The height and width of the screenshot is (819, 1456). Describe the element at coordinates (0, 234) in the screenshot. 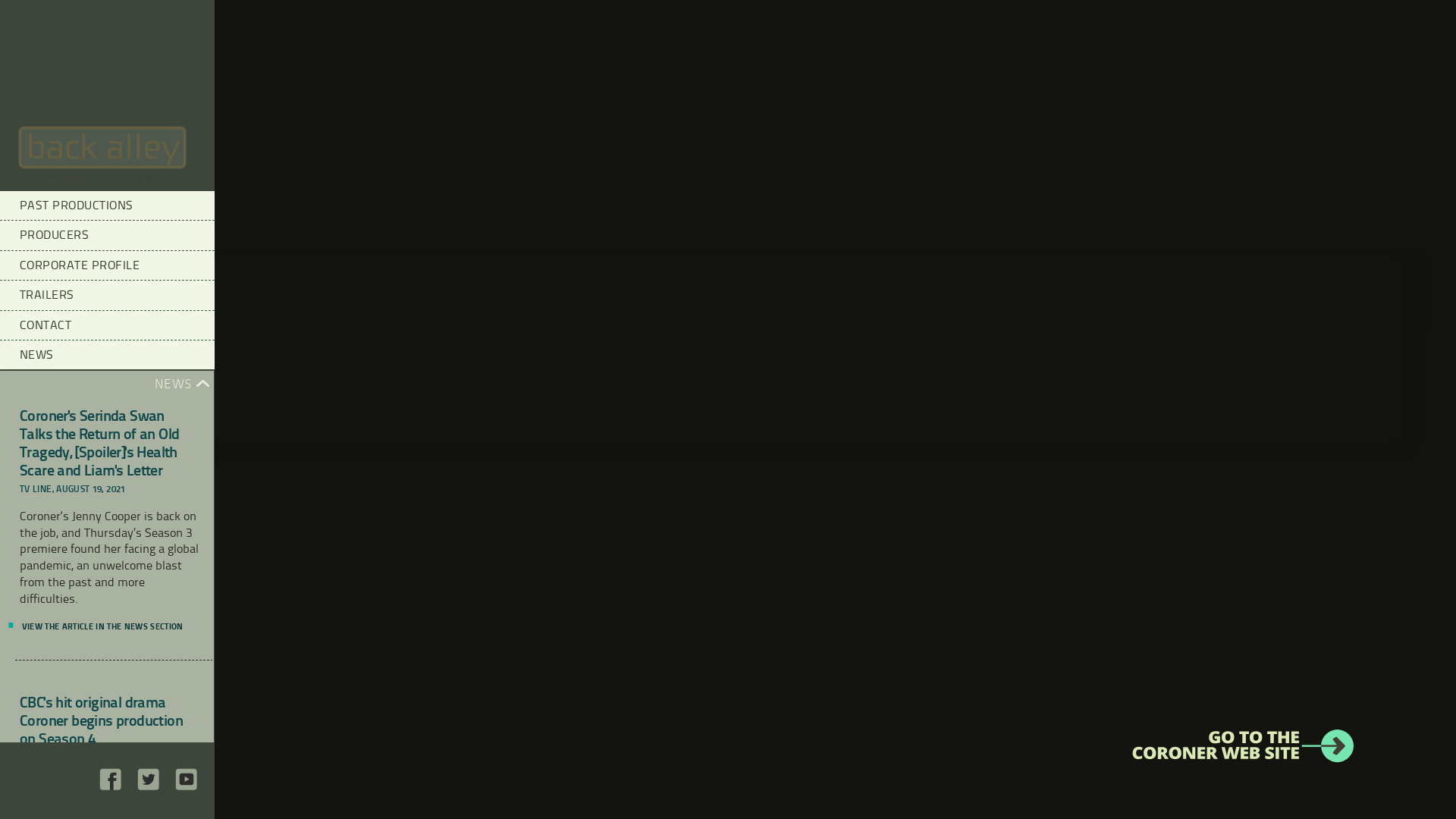

I see `'PRODUCERS'` at that location.